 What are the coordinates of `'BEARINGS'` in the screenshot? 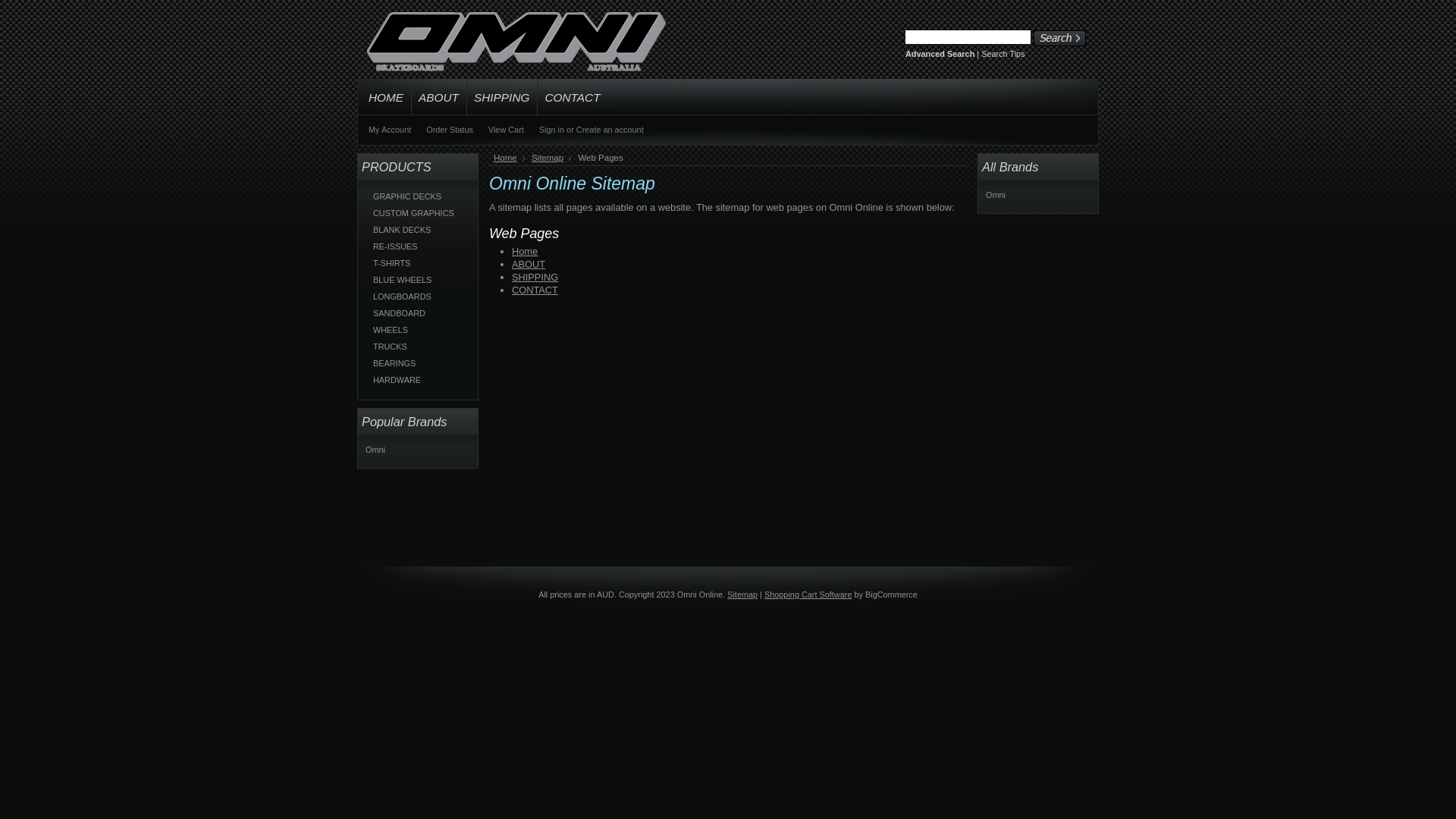 It's located at (419, 362).